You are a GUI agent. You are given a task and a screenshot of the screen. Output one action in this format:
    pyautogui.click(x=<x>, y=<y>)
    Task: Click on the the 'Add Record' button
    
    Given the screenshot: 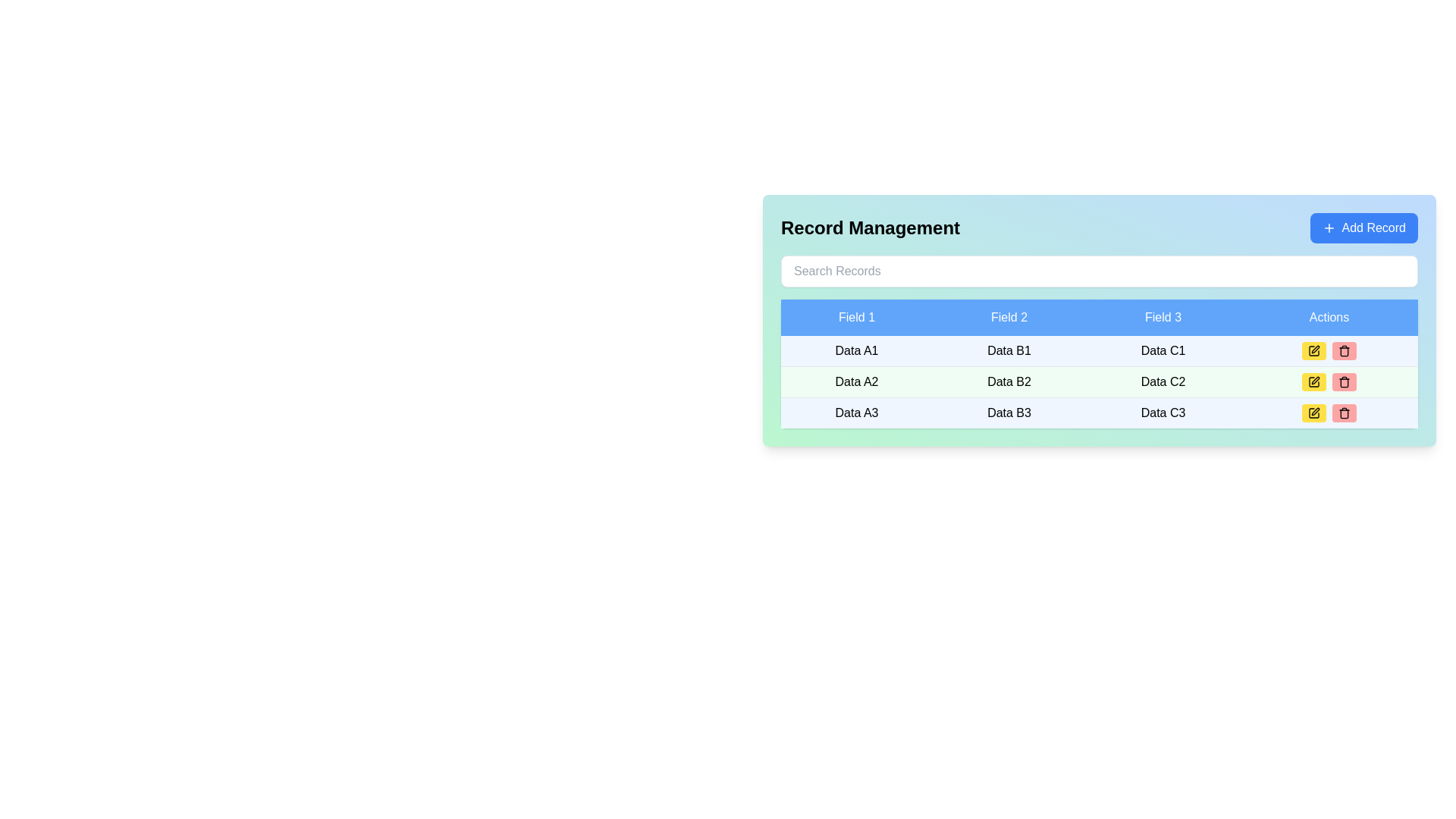 What is the action you would take?
    pyautogui.click(x=1363, y=227)
    